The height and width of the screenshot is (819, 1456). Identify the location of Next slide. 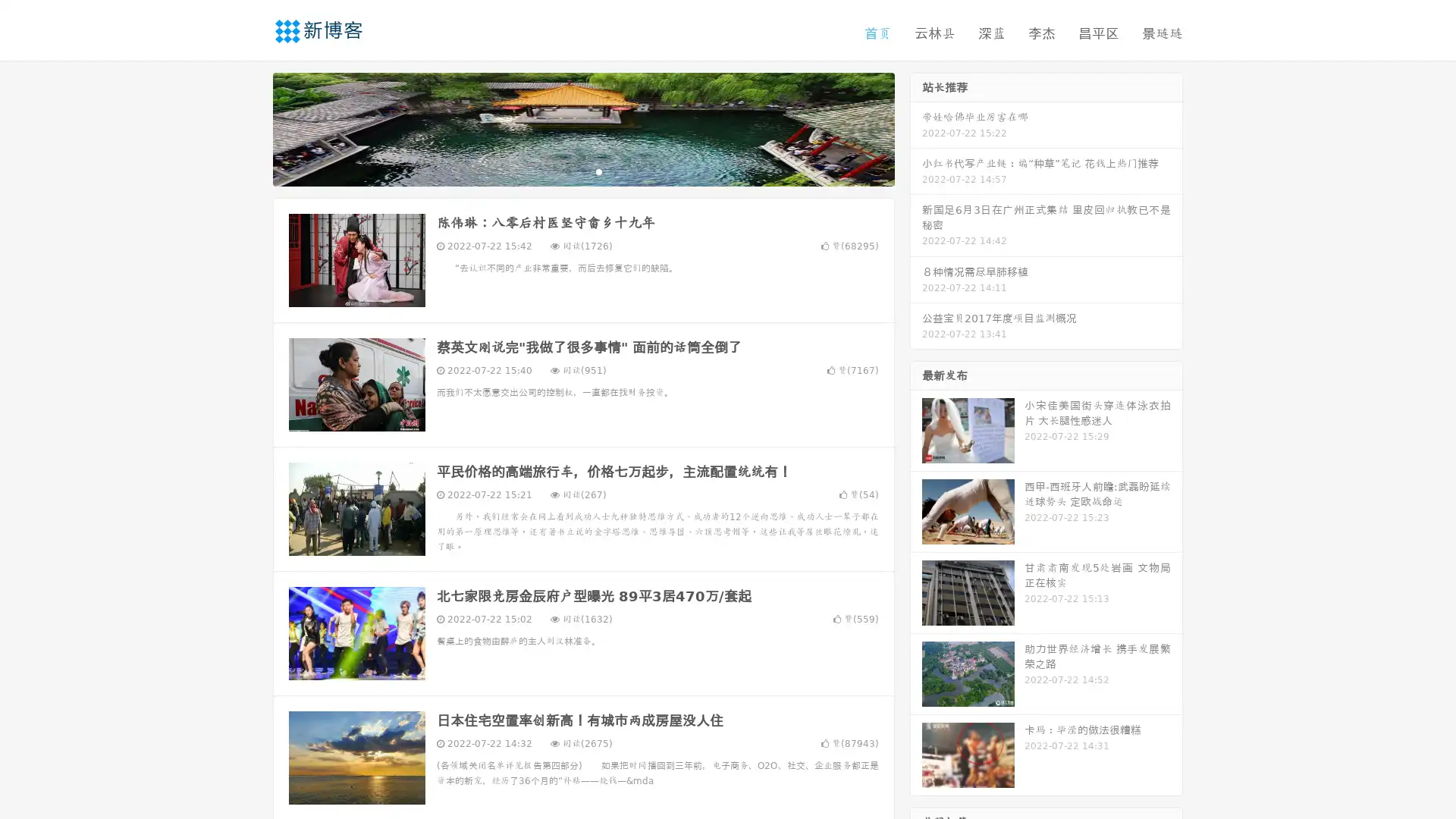
(916, 127).